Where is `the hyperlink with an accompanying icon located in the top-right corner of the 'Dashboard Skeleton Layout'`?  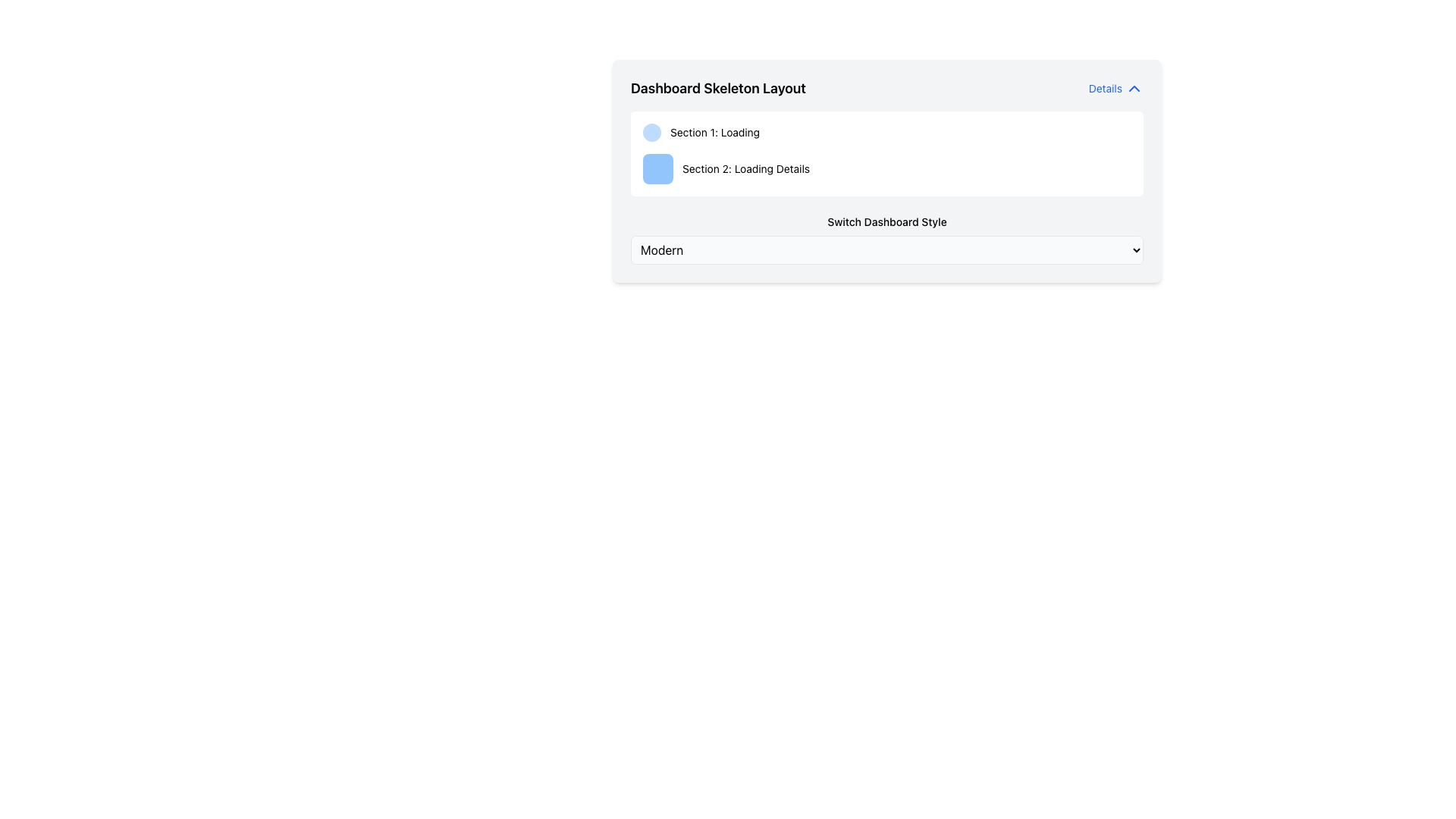
the hyperlink with an accompanying icon located in the top-right corner of the 'Dashboard Skeleton Layout' is located at coordinates (1116, 88).